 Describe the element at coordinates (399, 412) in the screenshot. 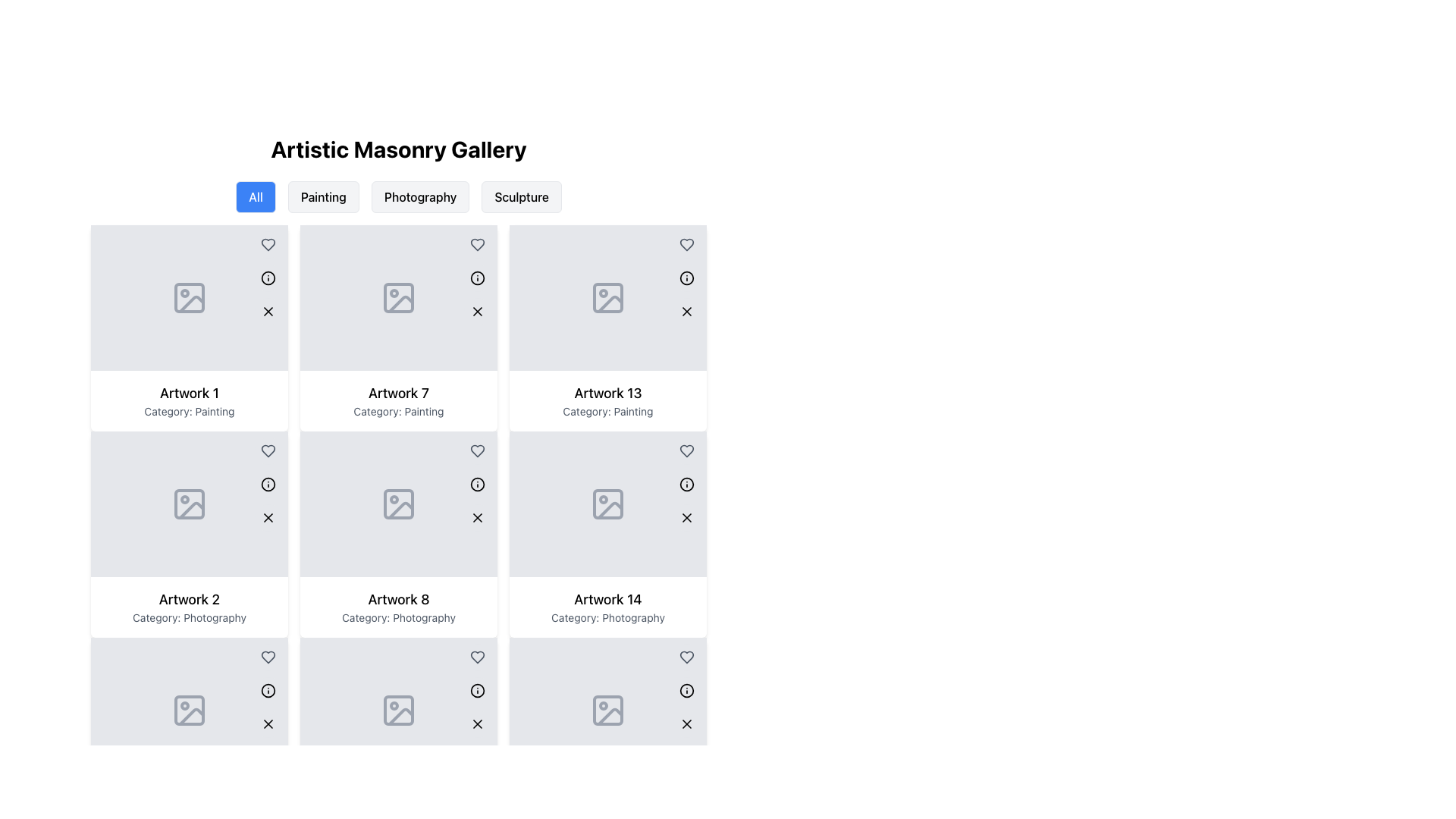

I see `the text label that displays 'Category: Painting', which is styled in gray and positioned below 'Artwork 7'` at that location.